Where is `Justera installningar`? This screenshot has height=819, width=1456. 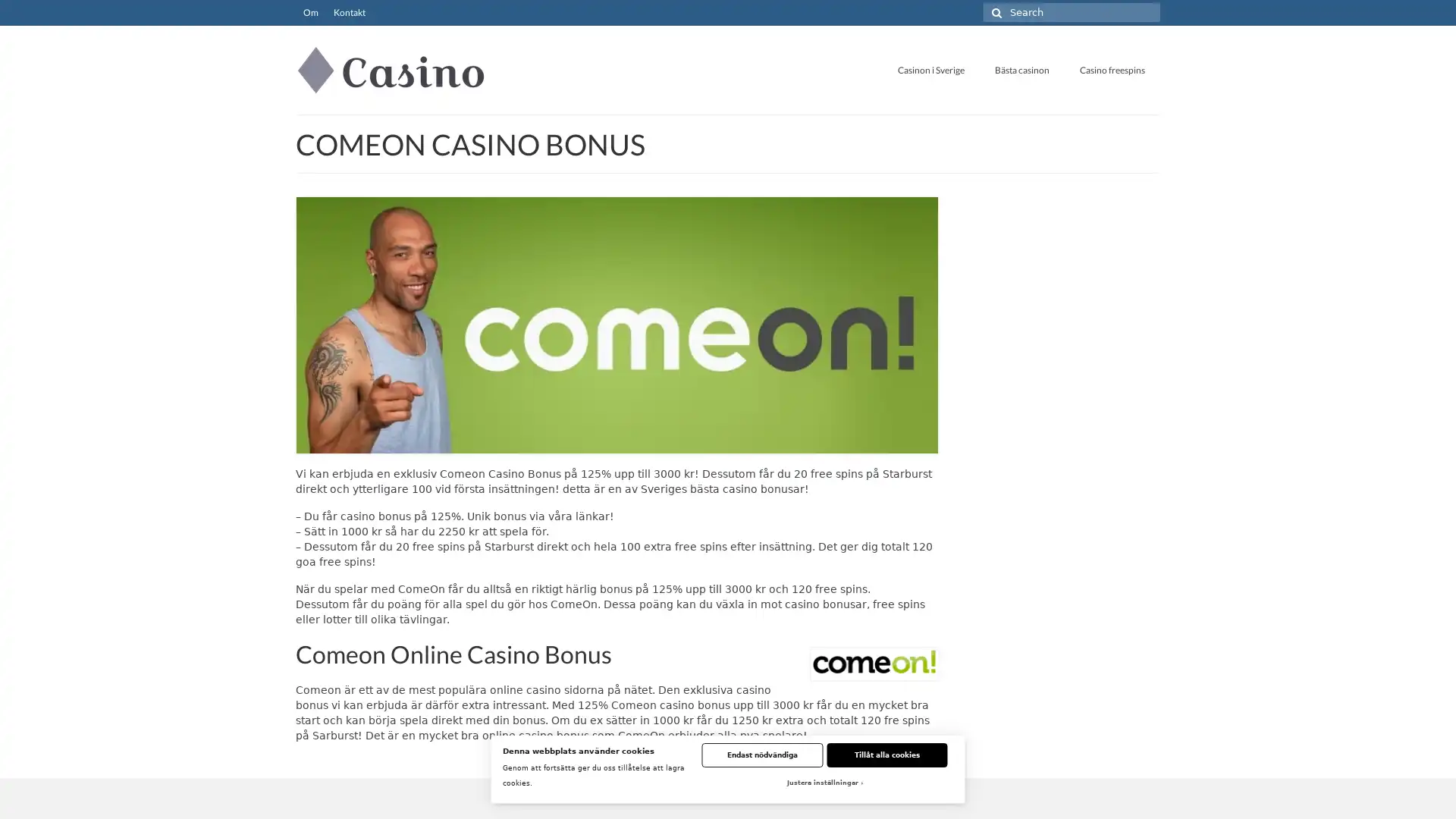 Justera installningar is located at coordinates (823, 783).